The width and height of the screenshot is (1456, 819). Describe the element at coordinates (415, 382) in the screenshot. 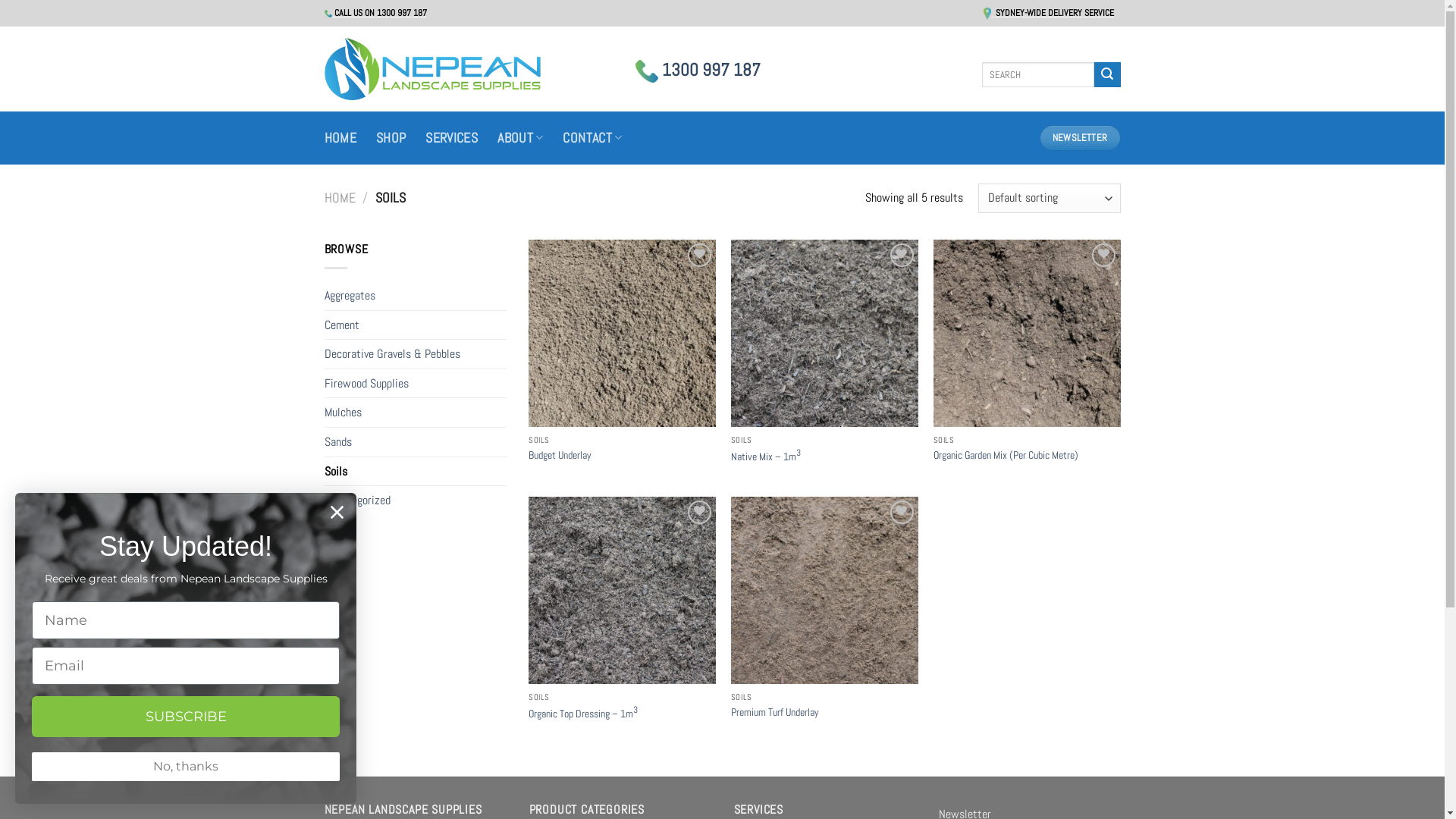

I see `'Firewood Supplies'` at that location.